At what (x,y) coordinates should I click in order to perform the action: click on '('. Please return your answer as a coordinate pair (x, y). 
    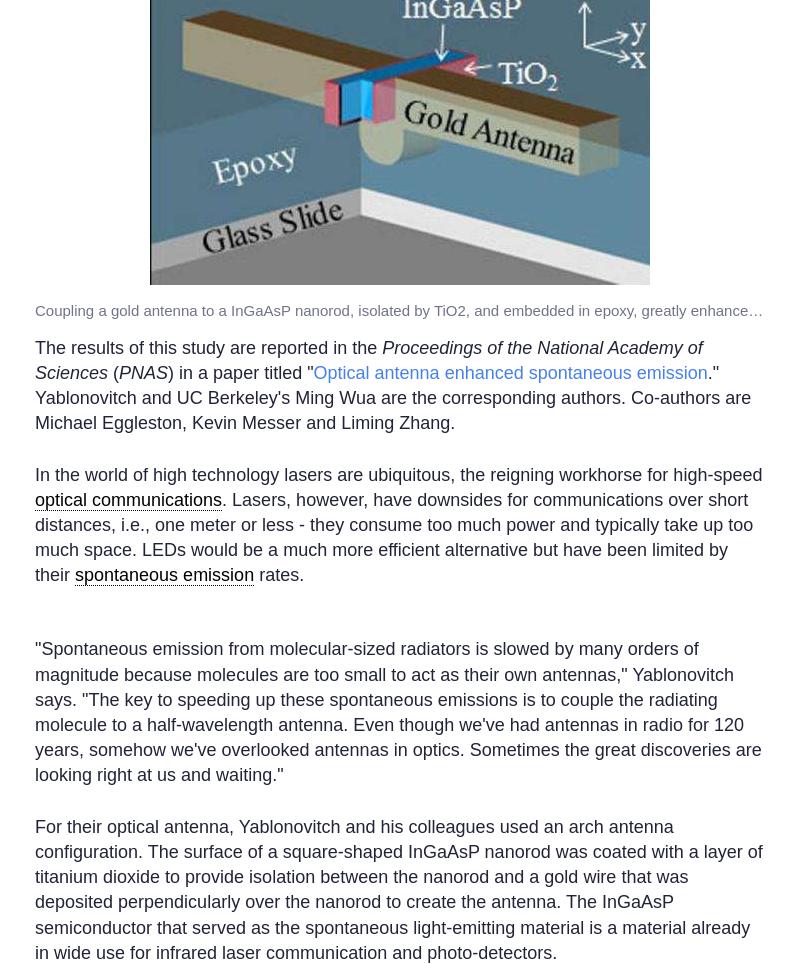
    Looking at the image, I should click on (112, 372).